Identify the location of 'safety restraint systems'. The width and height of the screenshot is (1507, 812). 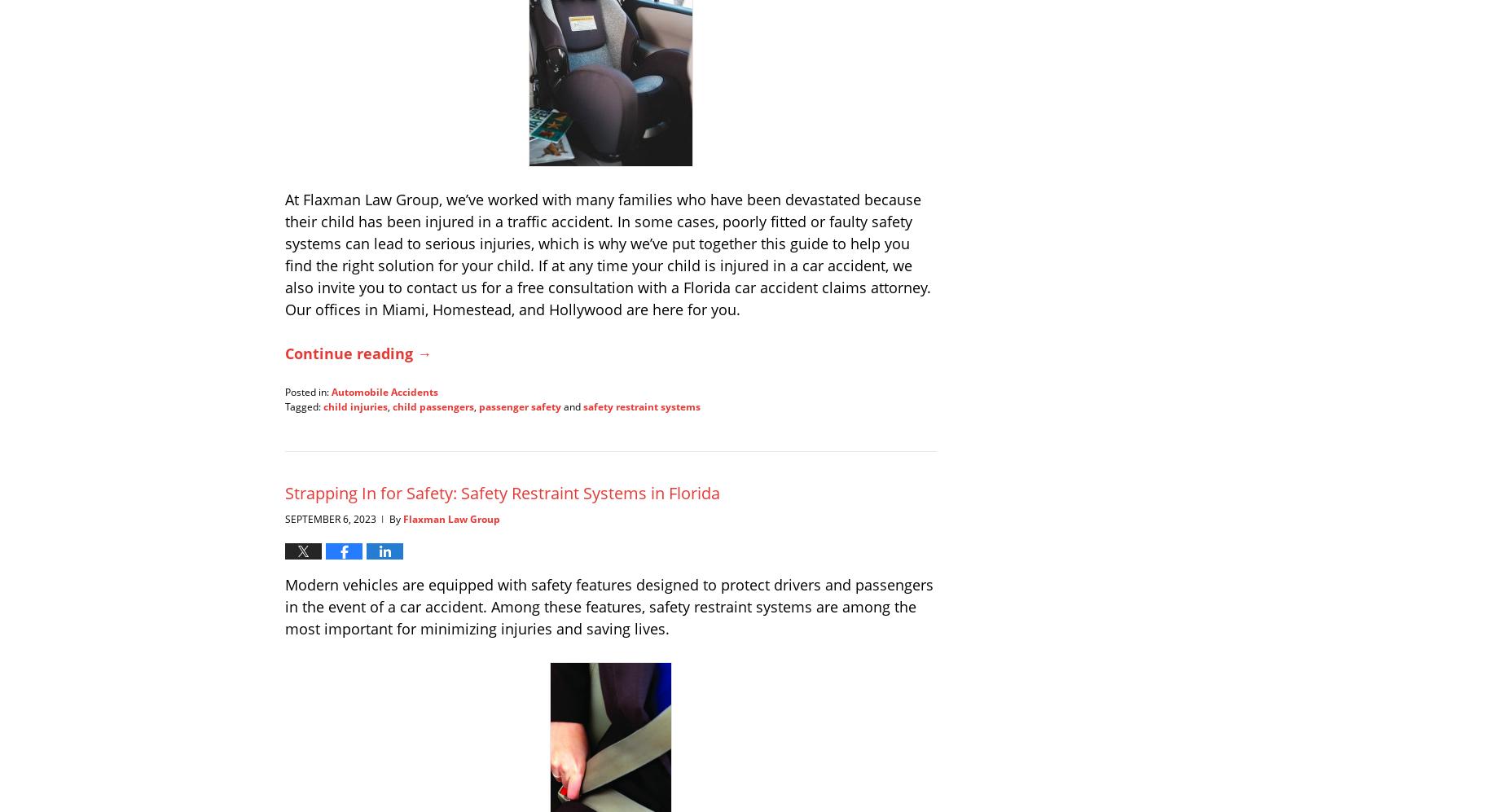
(641, 406).